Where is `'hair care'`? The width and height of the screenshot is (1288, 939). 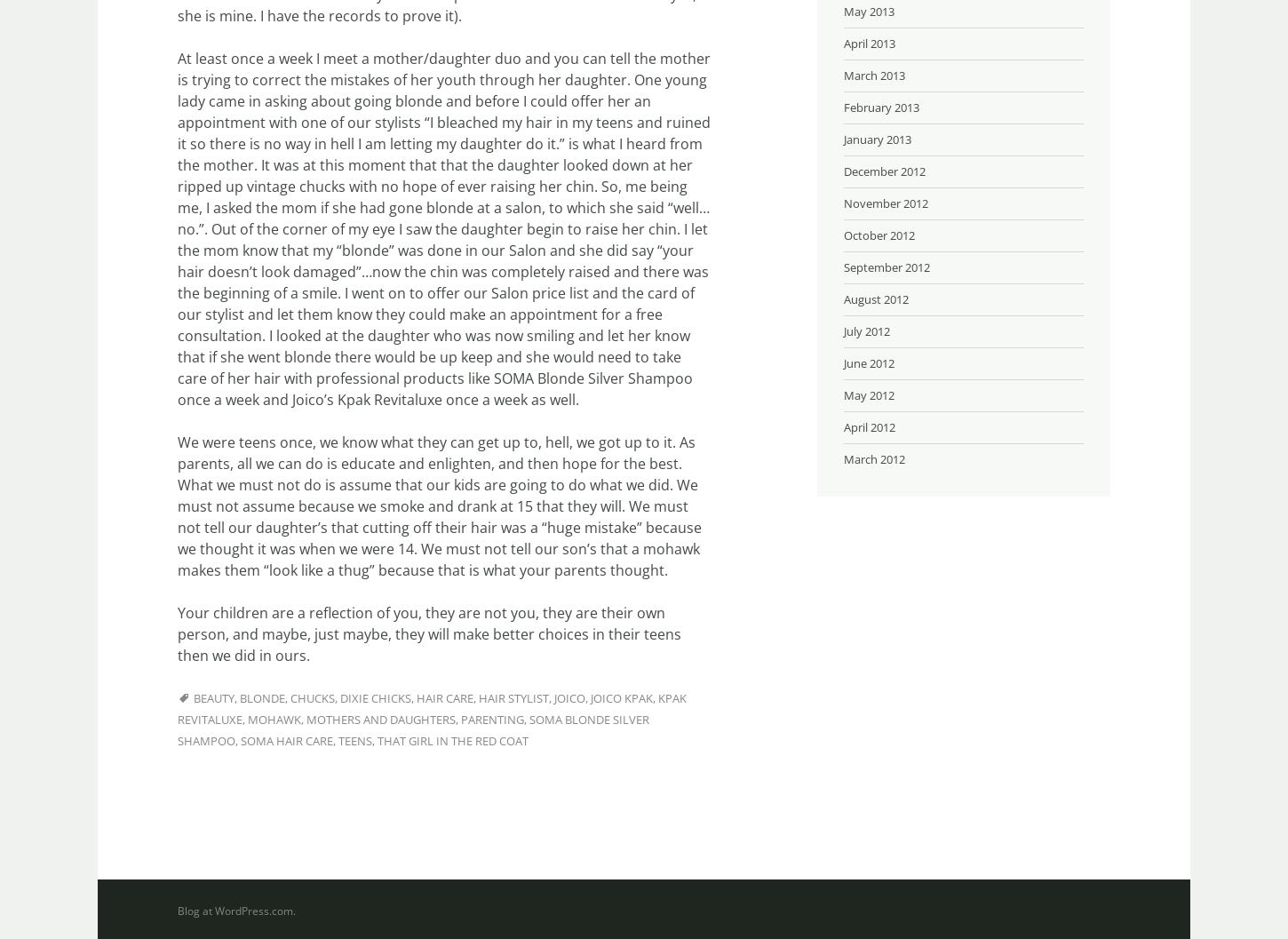
'hair care' is located at coordinates (444, 697).